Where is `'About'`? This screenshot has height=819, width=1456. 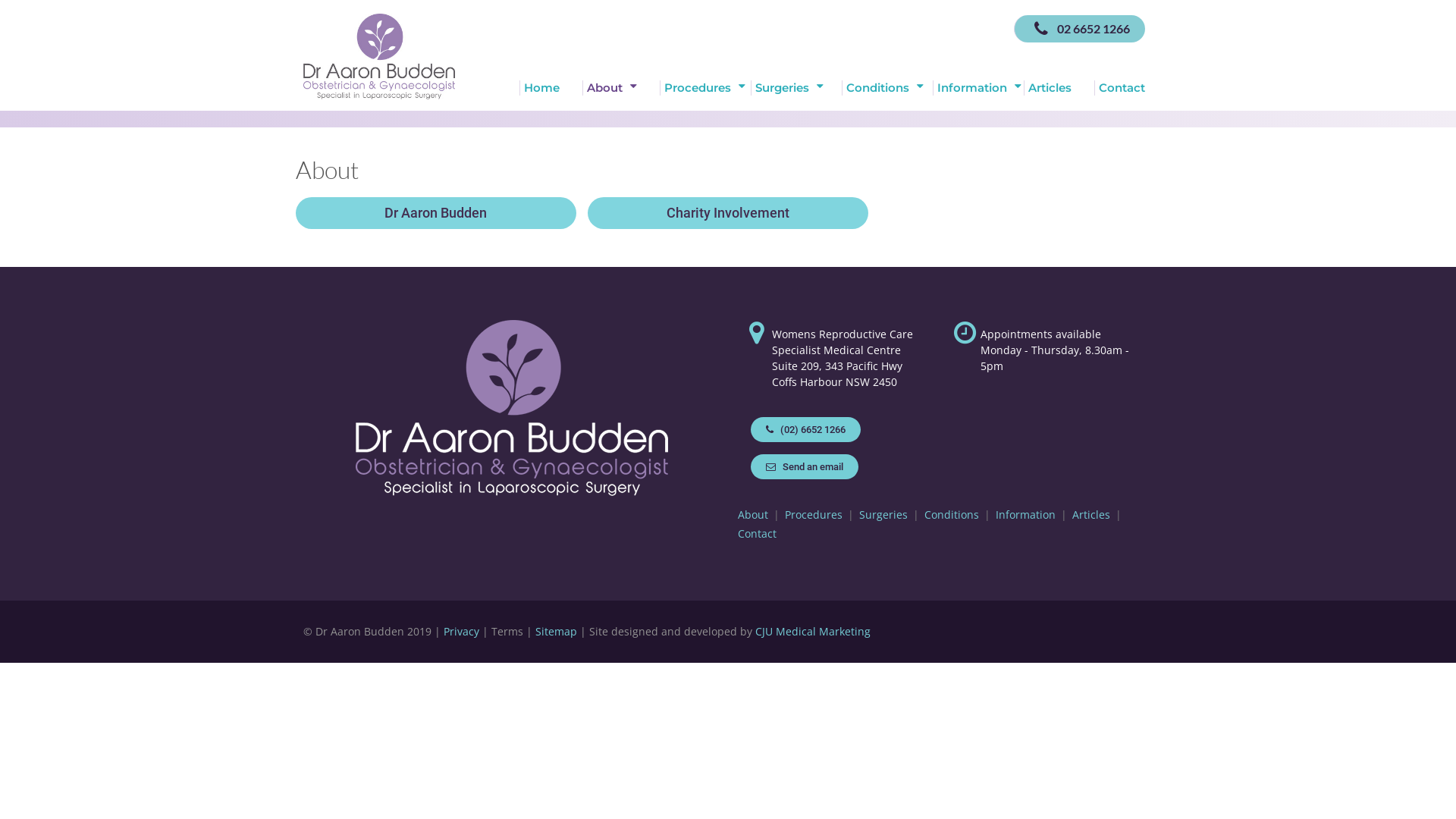 'About' is located at coordinates (753, 513).